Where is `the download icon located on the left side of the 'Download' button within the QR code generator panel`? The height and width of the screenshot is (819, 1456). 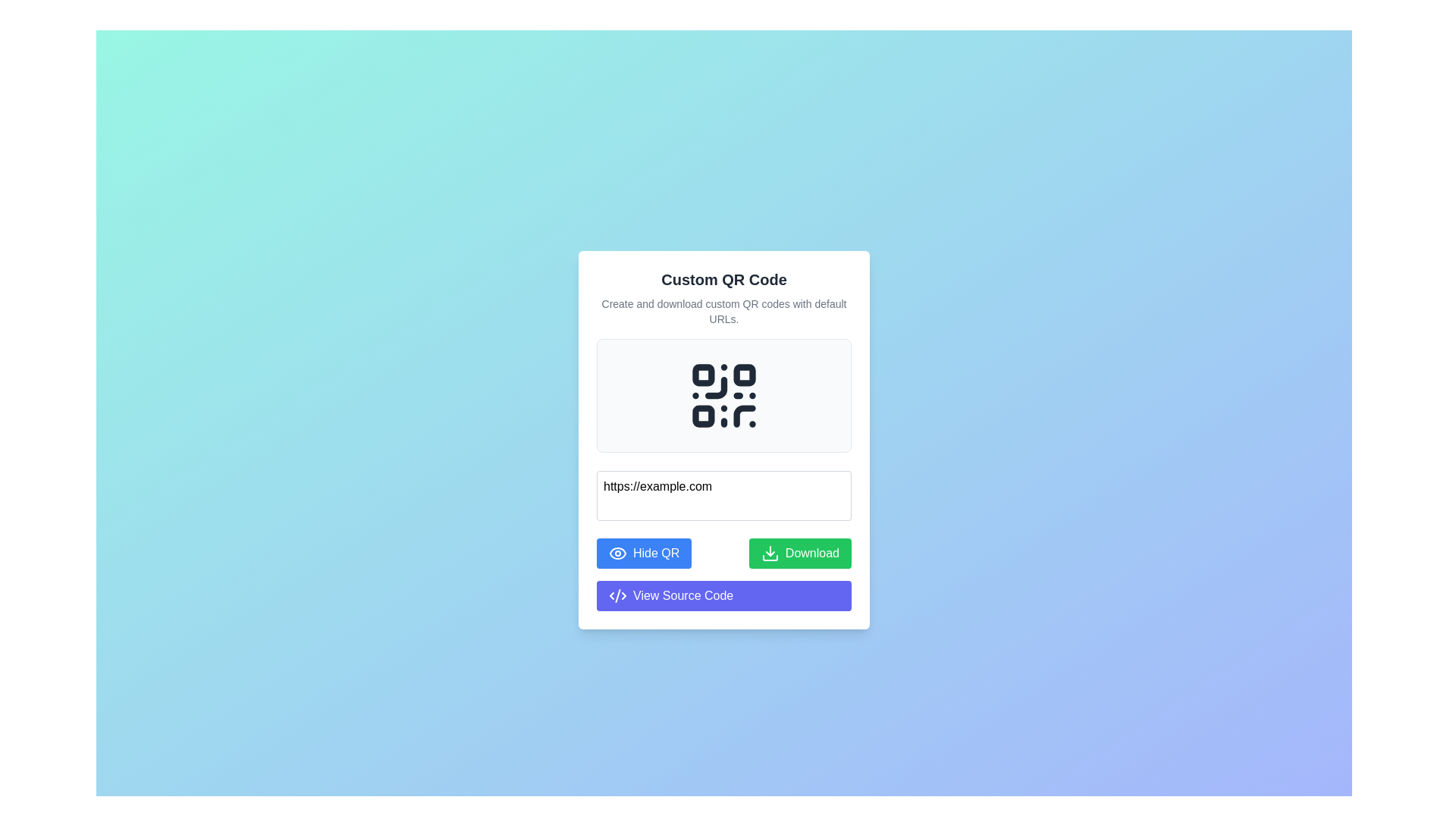 the download icon located on the left side of the 'Download' button within the QR code generator panel is located at coordinates (770, 553).